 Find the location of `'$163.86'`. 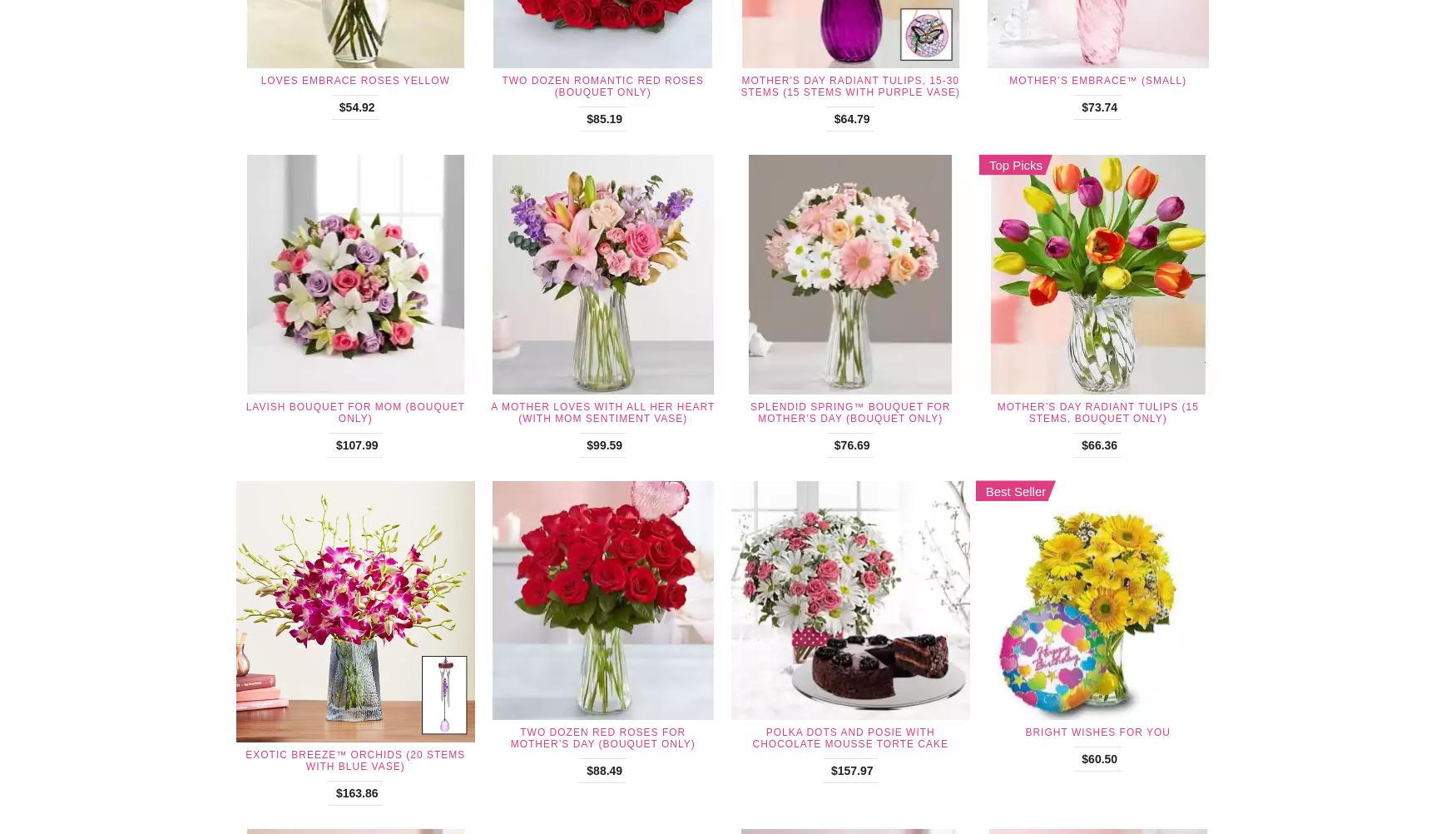

'$163.86' is located at coordinates (355, 792).